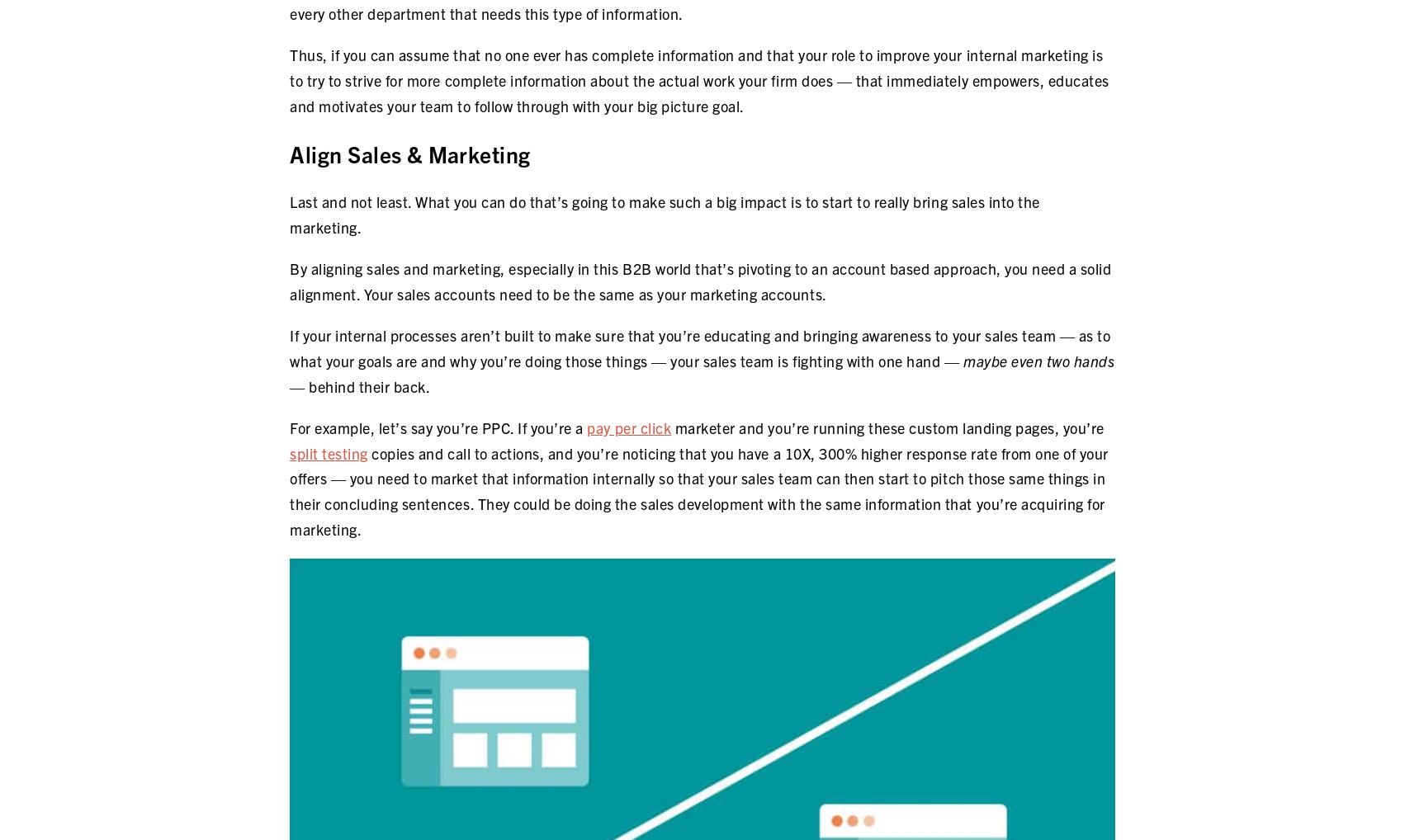 The height and width of the screenshot is (840, 1405). Describe the element at coordinates (289, 451) in the screenshot. I see `'split testing'` at that location.